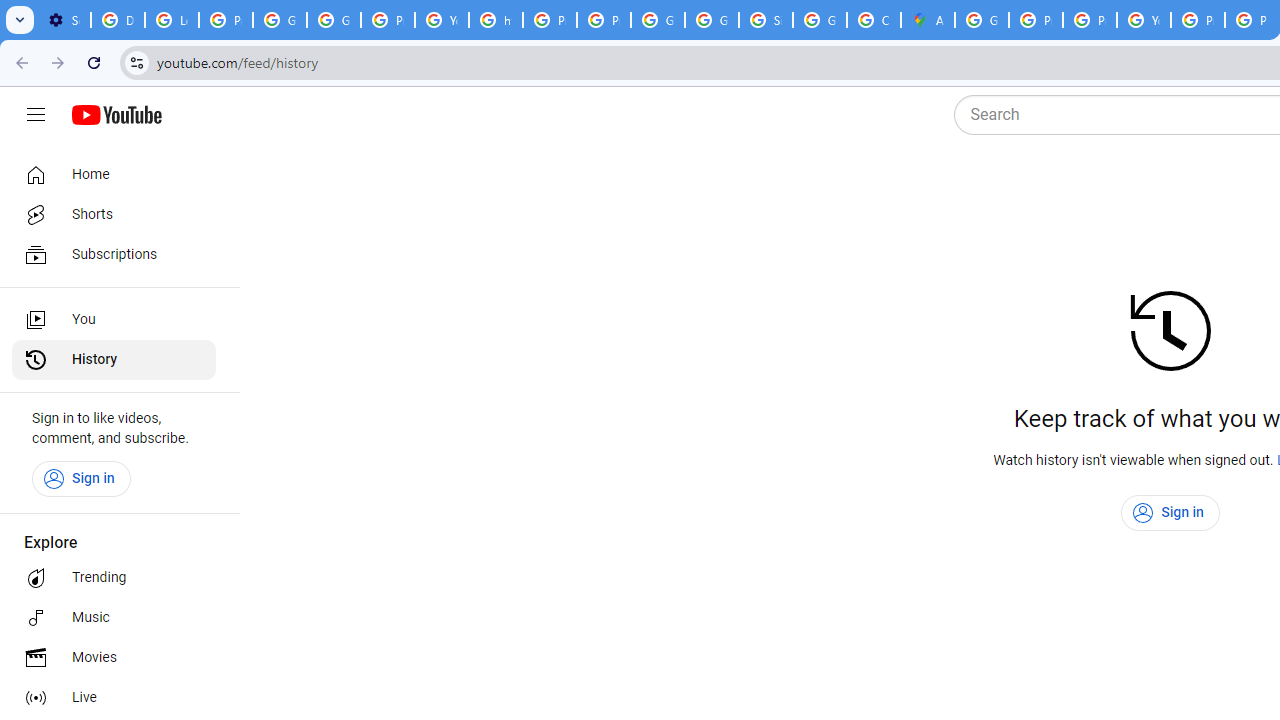 The image size is (1280, 720). Describe the element at coordinates (765, 20) in the screenshot. I see `'Sign in - Google Accounts'` at that location.